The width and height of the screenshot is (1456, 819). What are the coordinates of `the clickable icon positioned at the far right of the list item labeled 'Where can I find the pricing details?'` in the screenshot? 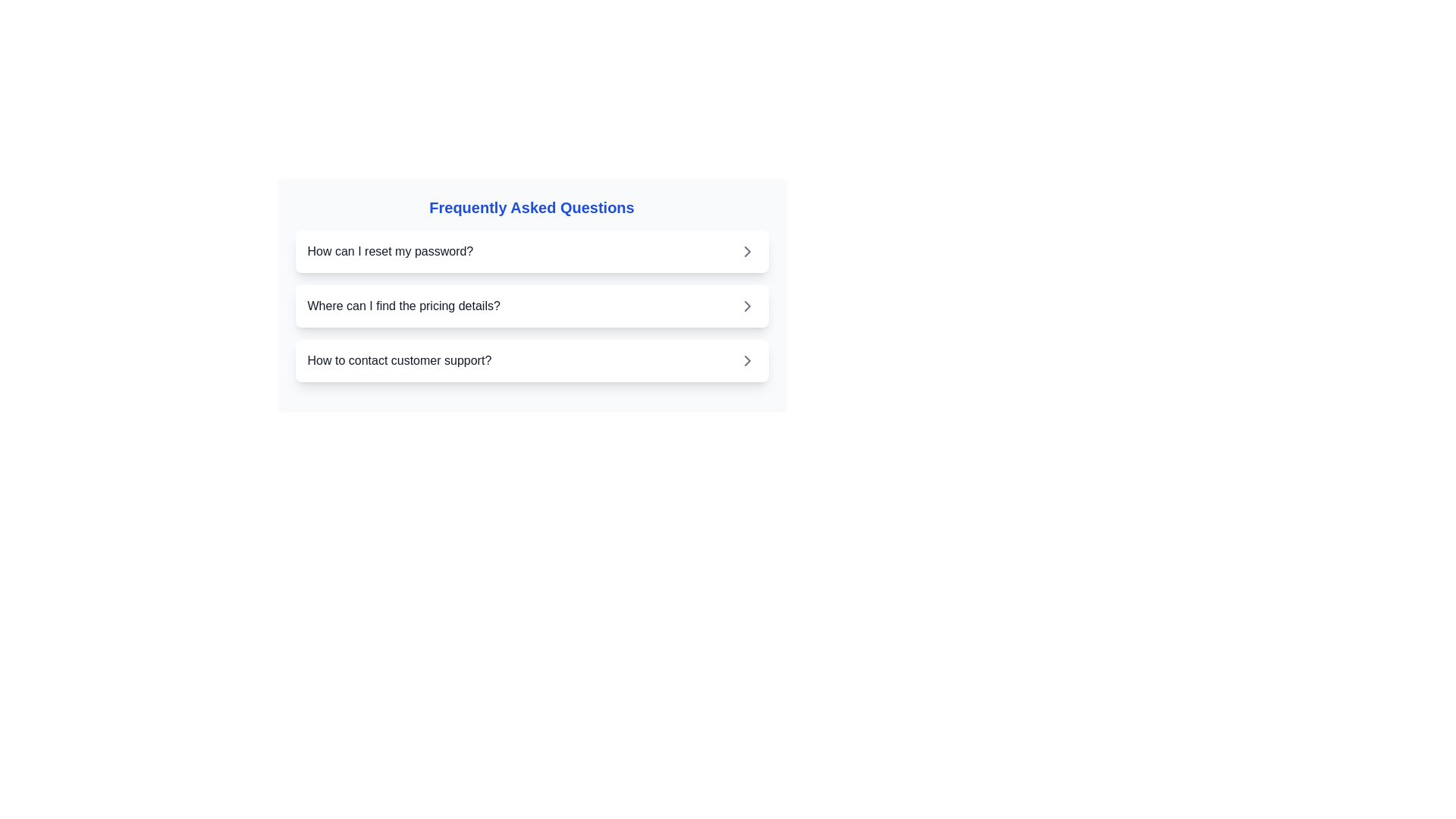 It's located at (747, 306).